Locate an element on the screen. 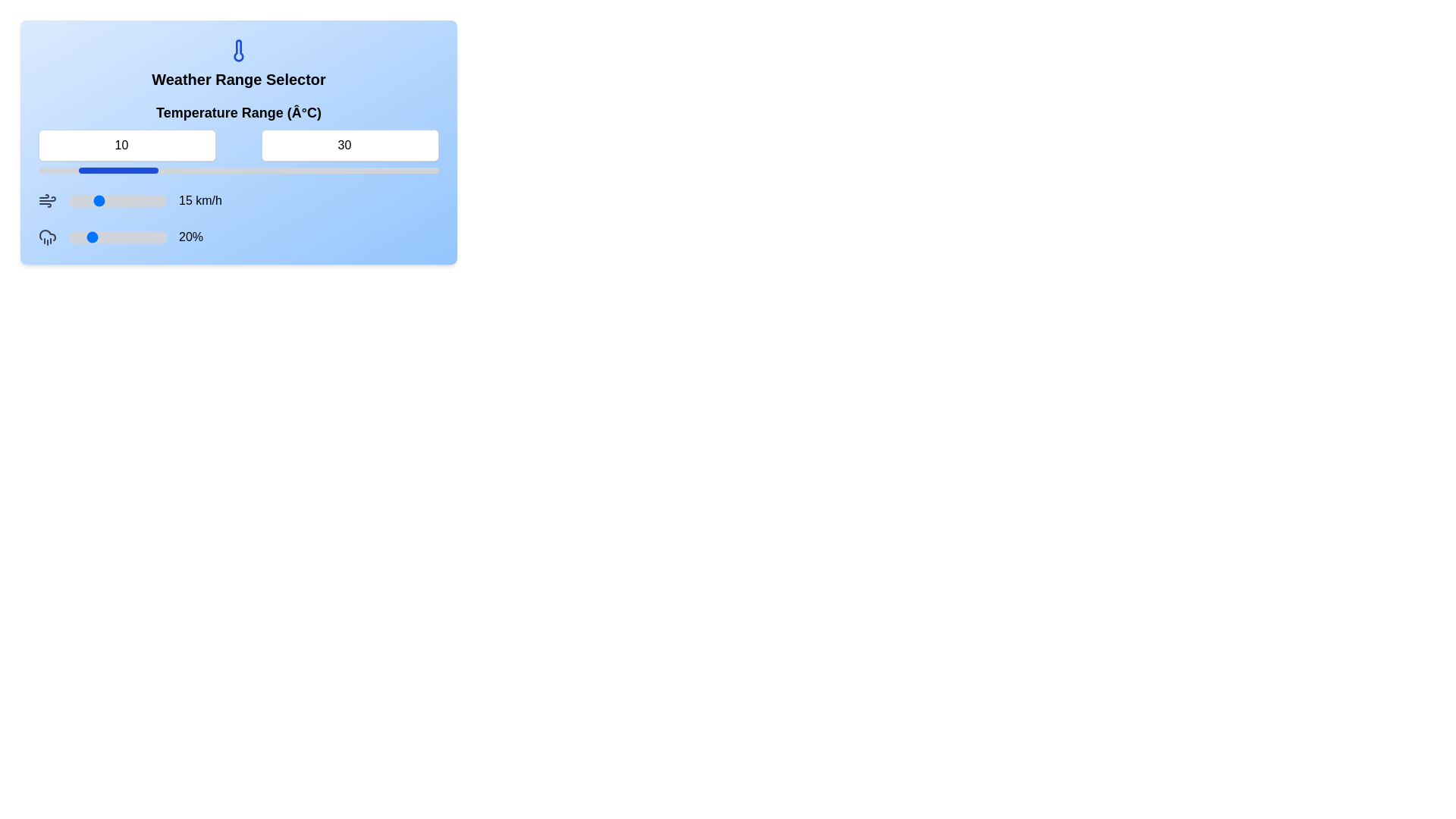 This screenshot has height=819, width=1456. the highlighted part of the thermometer icon, which is a blue rounded rectangle located at the top-center of the 'Weather Range Selector' component is located at coordinates (238, 49).